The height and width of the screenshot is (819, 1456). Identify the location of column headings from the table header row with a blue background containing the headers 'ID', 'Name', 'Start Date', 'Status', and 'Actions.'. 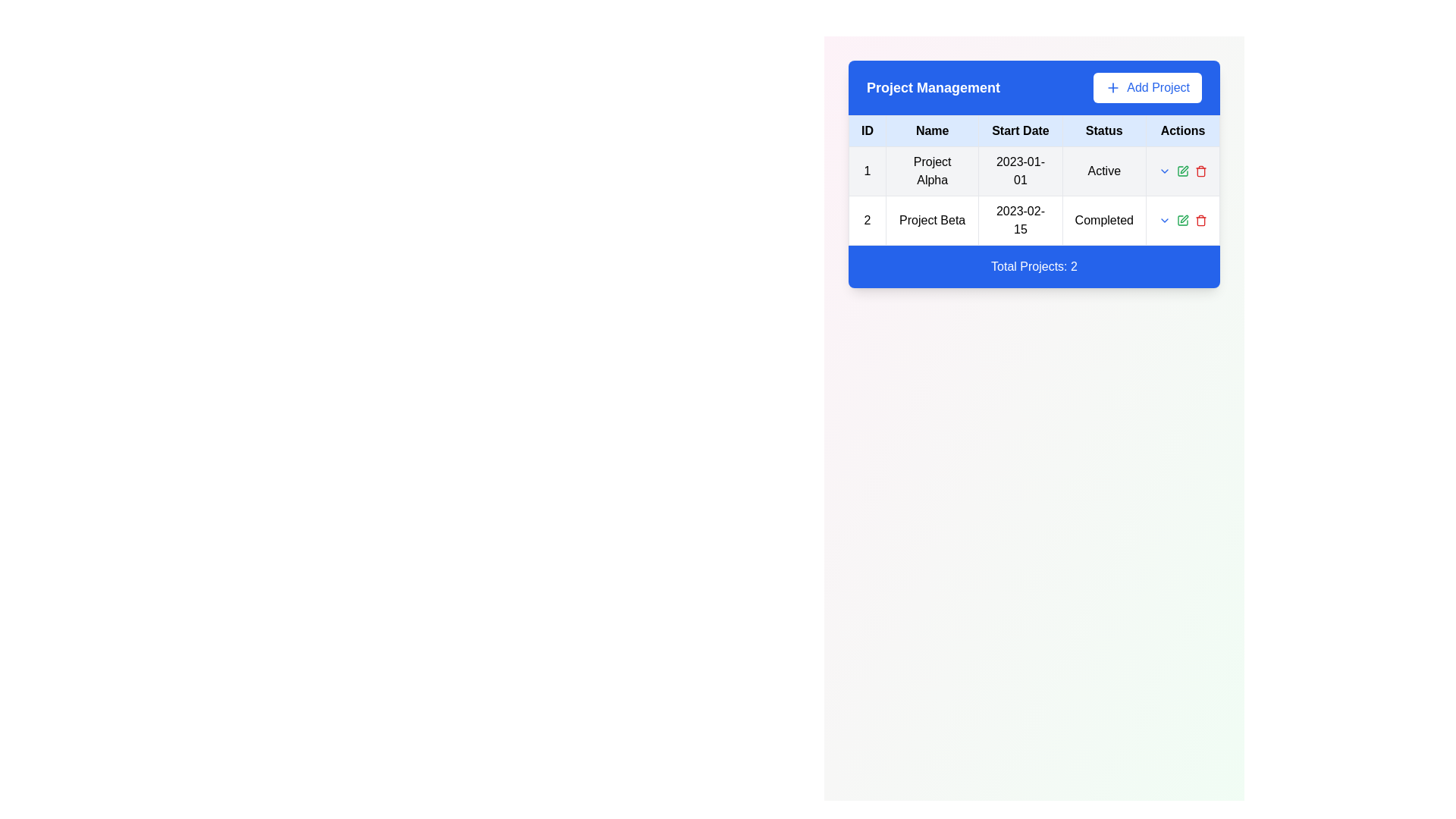
(1033, 130).